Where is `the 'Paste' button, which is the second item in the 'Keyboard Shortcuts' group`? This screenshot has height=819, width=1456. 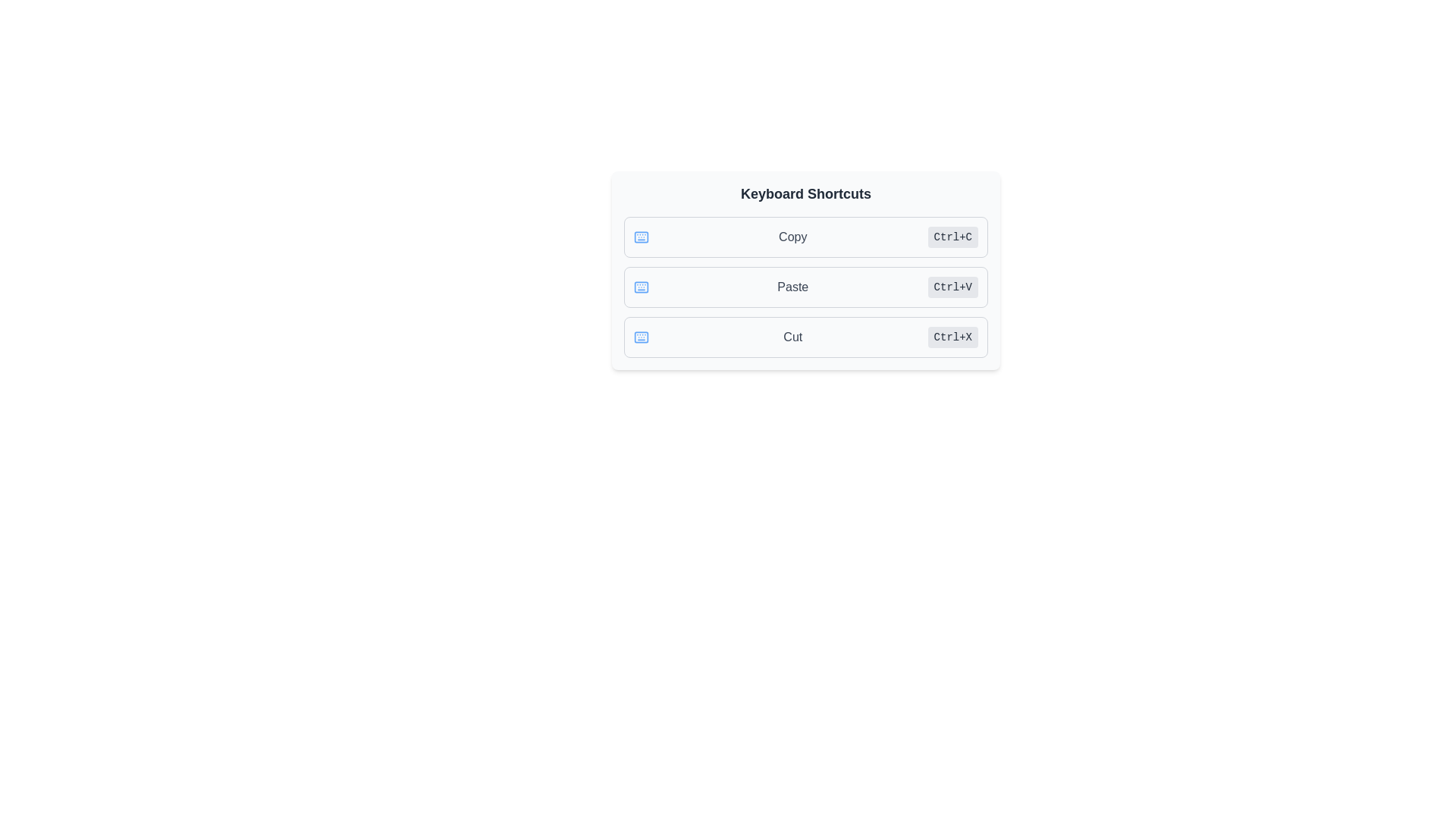
the 'Paste' button, which is the second item in the 'Keyboard Shortcuts' group is located at coordinates (805, 287).